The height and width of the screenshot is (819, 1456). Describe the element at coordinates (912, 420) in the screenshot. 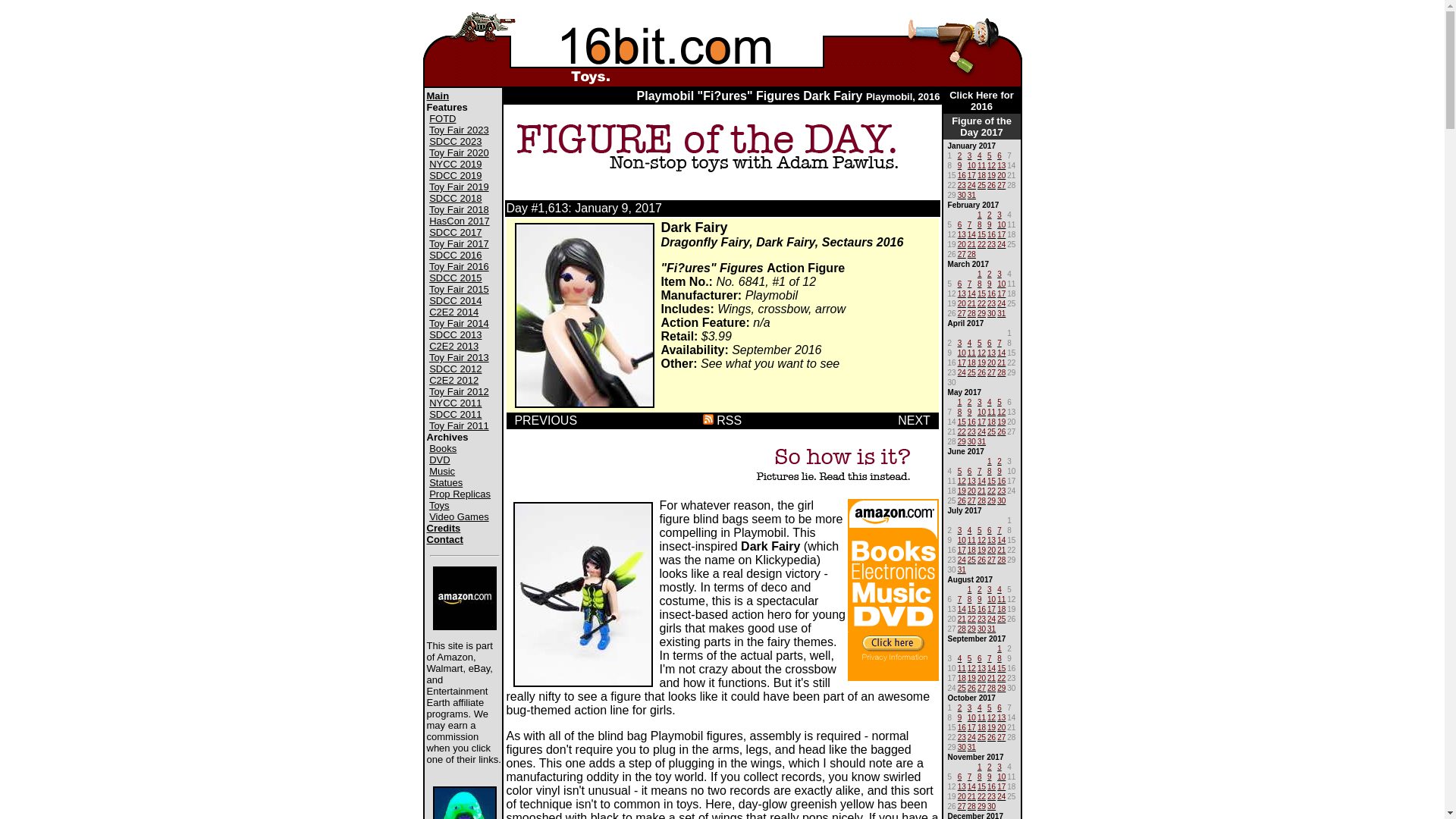

I see `'NEXT'` at that location.